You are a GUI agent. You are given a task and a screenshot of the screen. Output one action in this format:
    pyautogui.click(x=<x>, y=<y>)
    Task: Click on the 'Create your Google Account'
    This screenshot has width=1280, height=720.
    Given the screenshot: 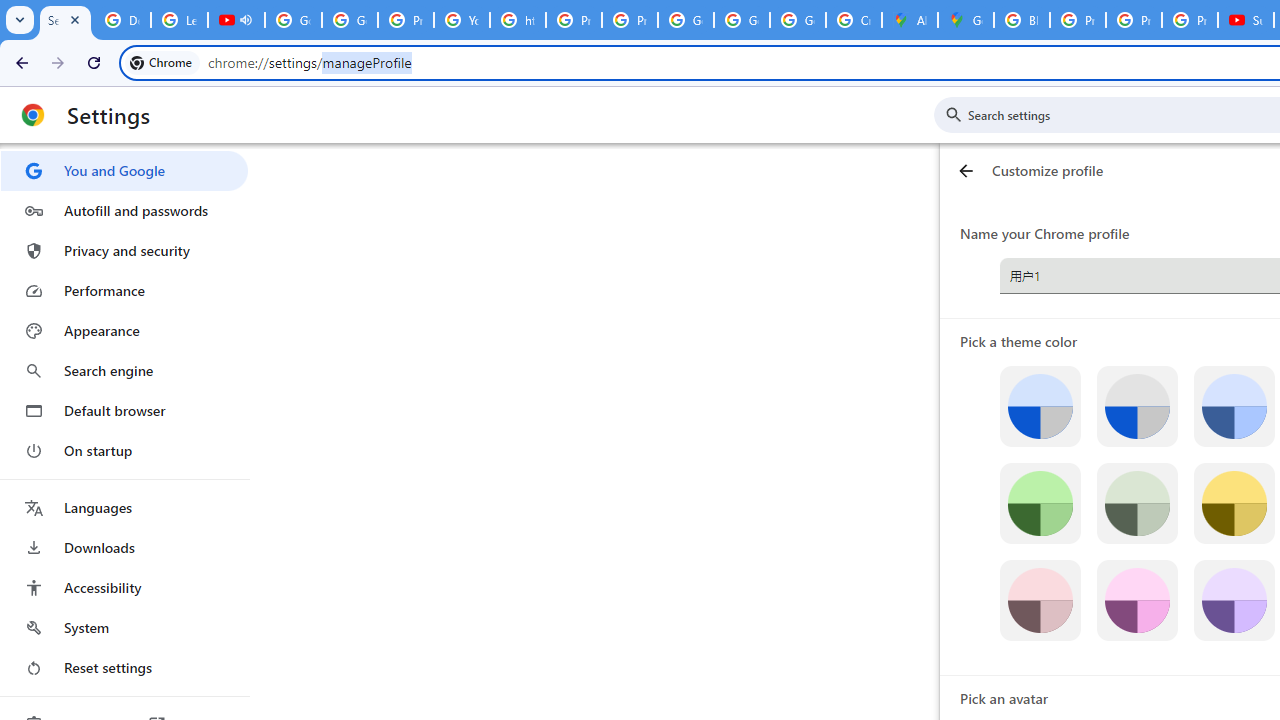 What is the action you would take?
    pyautogui.click(x=853, y=20)
    